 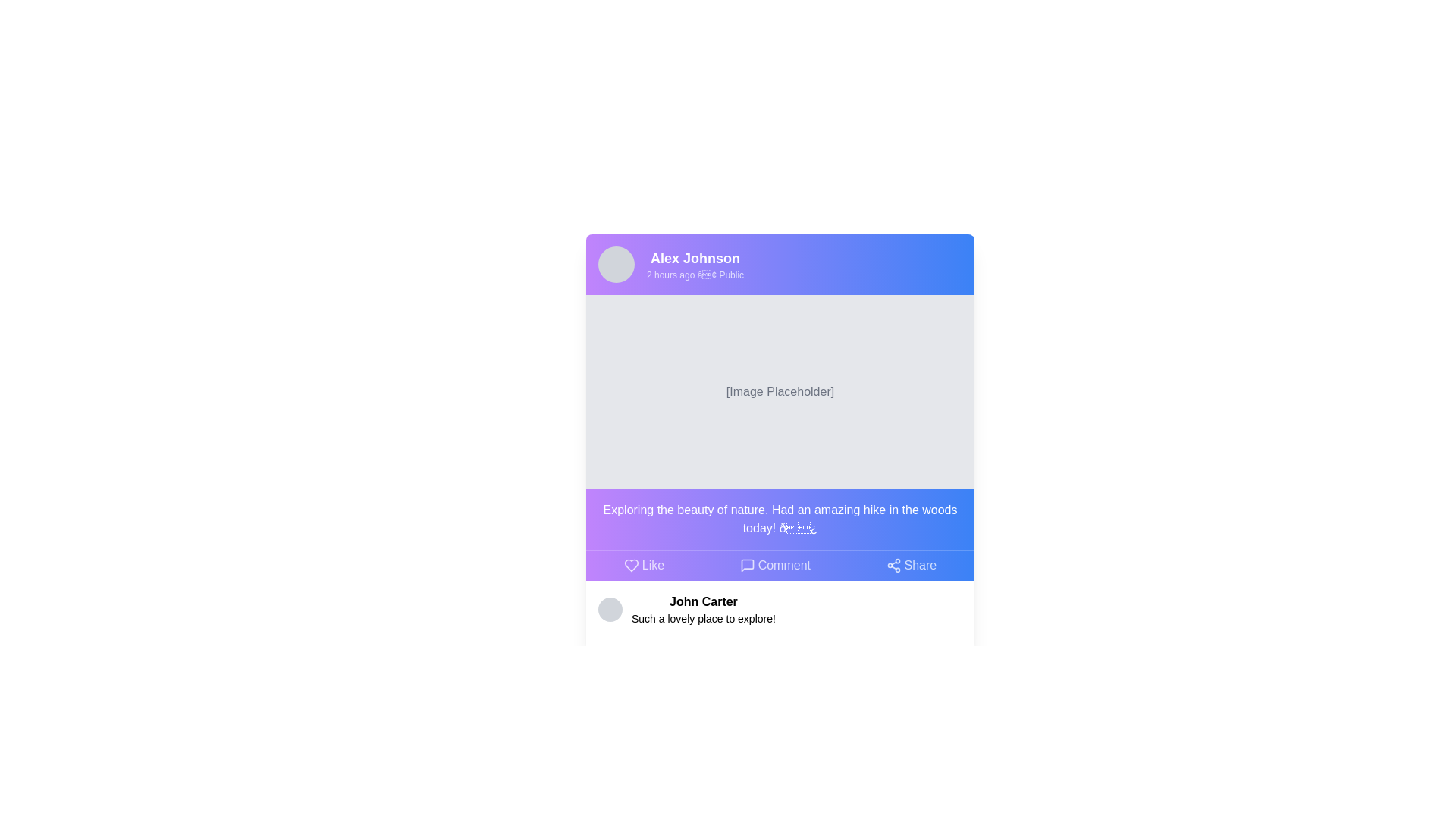 What do you see at coordinates (775, 565) in the screenshot?
I see `the comment button located between 'Like' and 'Share' at the bottom of the content card` at bounding box center [775, 565].